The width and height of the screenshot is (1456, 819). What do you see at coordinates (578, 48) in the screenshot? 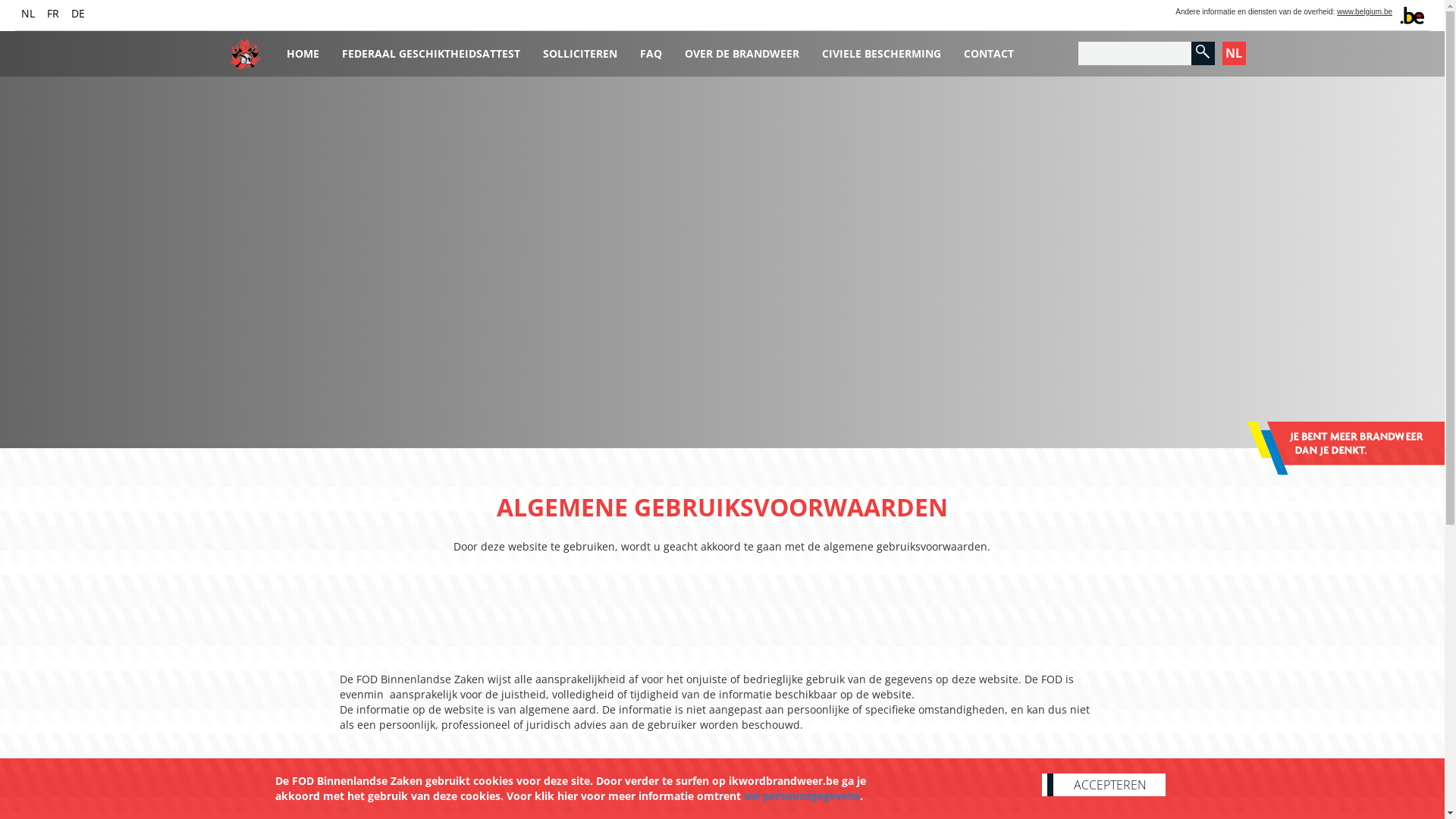
I see `'SOLLICITEREN'` at bounding box center [578, 48].